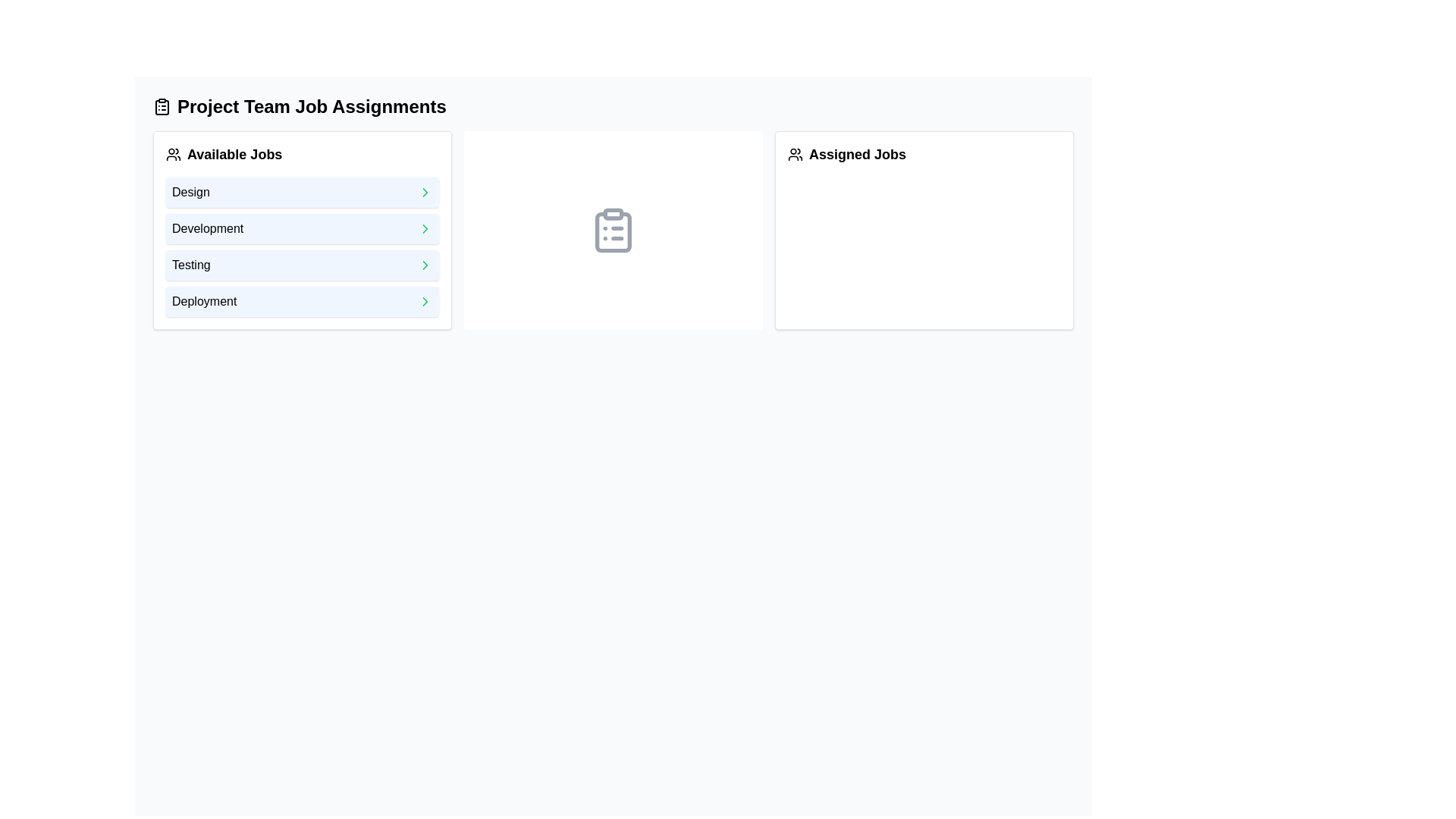 The width and height of the screenshot is (1456, 819). I want to click on the green right-arrow chevron icon located at the end of the 'Development' row in the 'Available Jobs' section, so click(425, 228).